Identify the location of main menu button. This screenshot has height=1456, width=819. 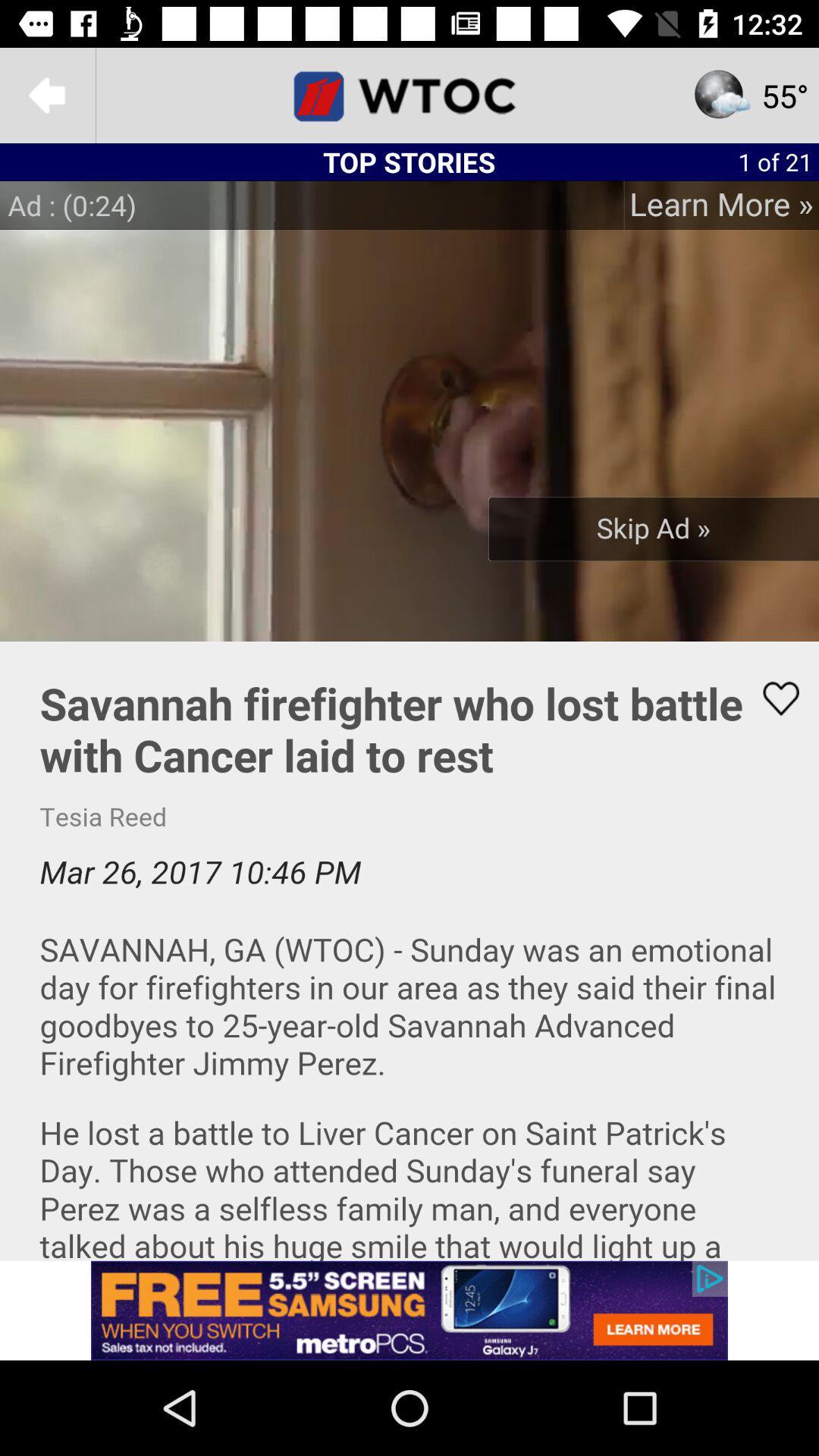
(409, 94).